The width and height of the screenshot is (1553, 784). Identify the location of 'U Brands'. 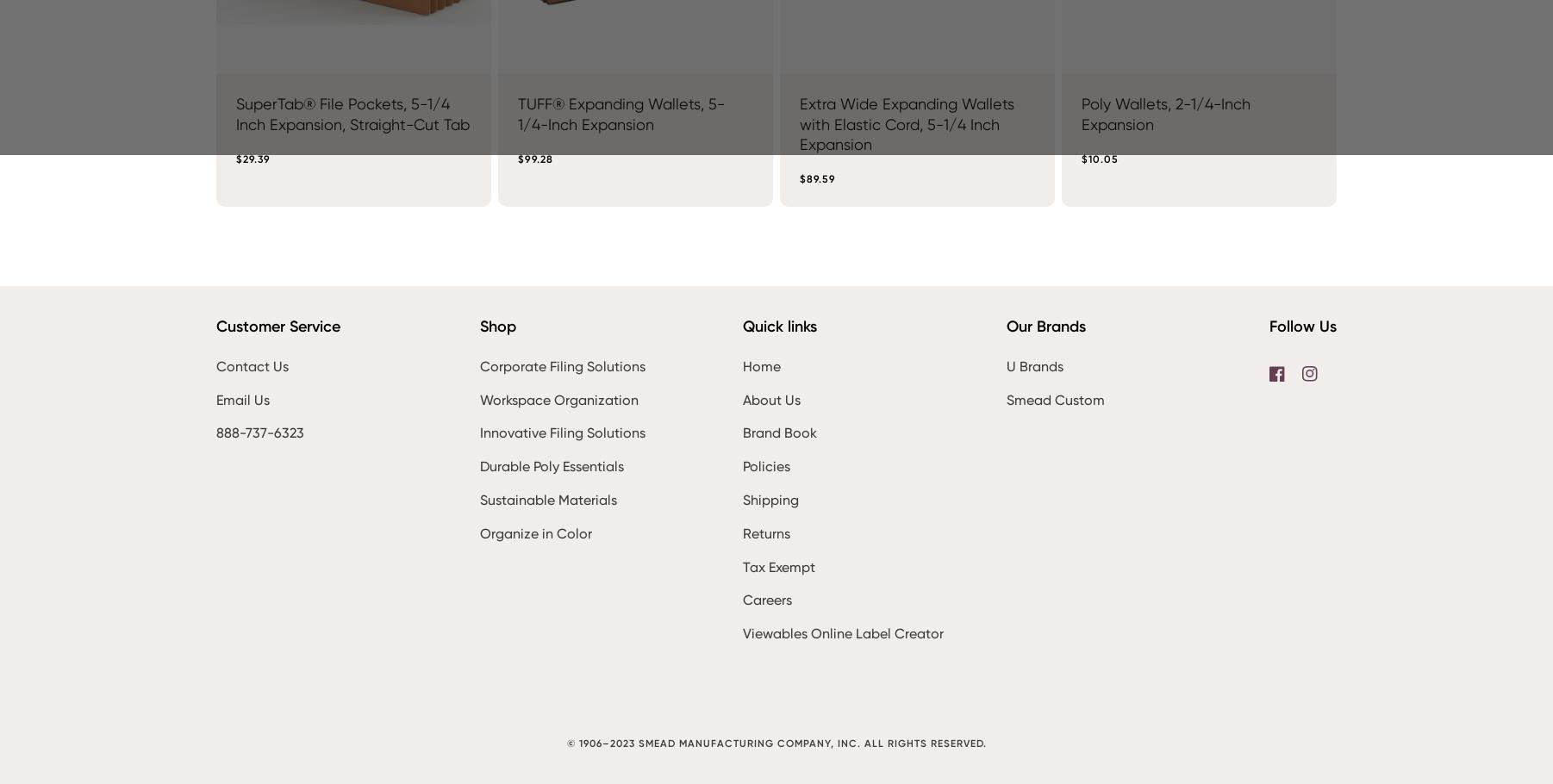
(1033, 365).